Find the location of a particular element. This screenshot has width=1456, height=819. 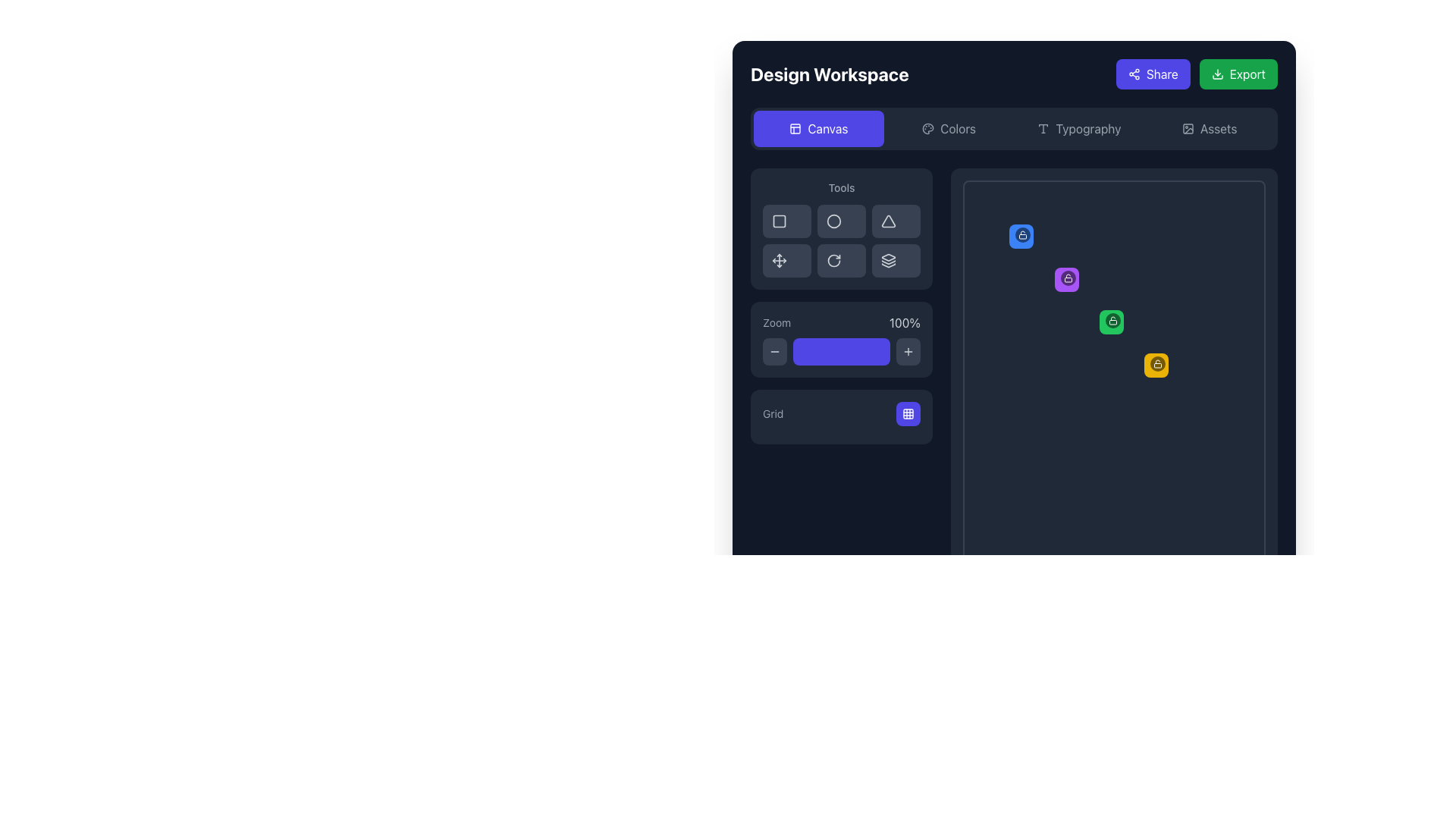

the 'Grid' label, which is styled in small, gray text and located to the left of the selectable grid view button in the zoom control section of the interface is located at coordinates (773, 414).